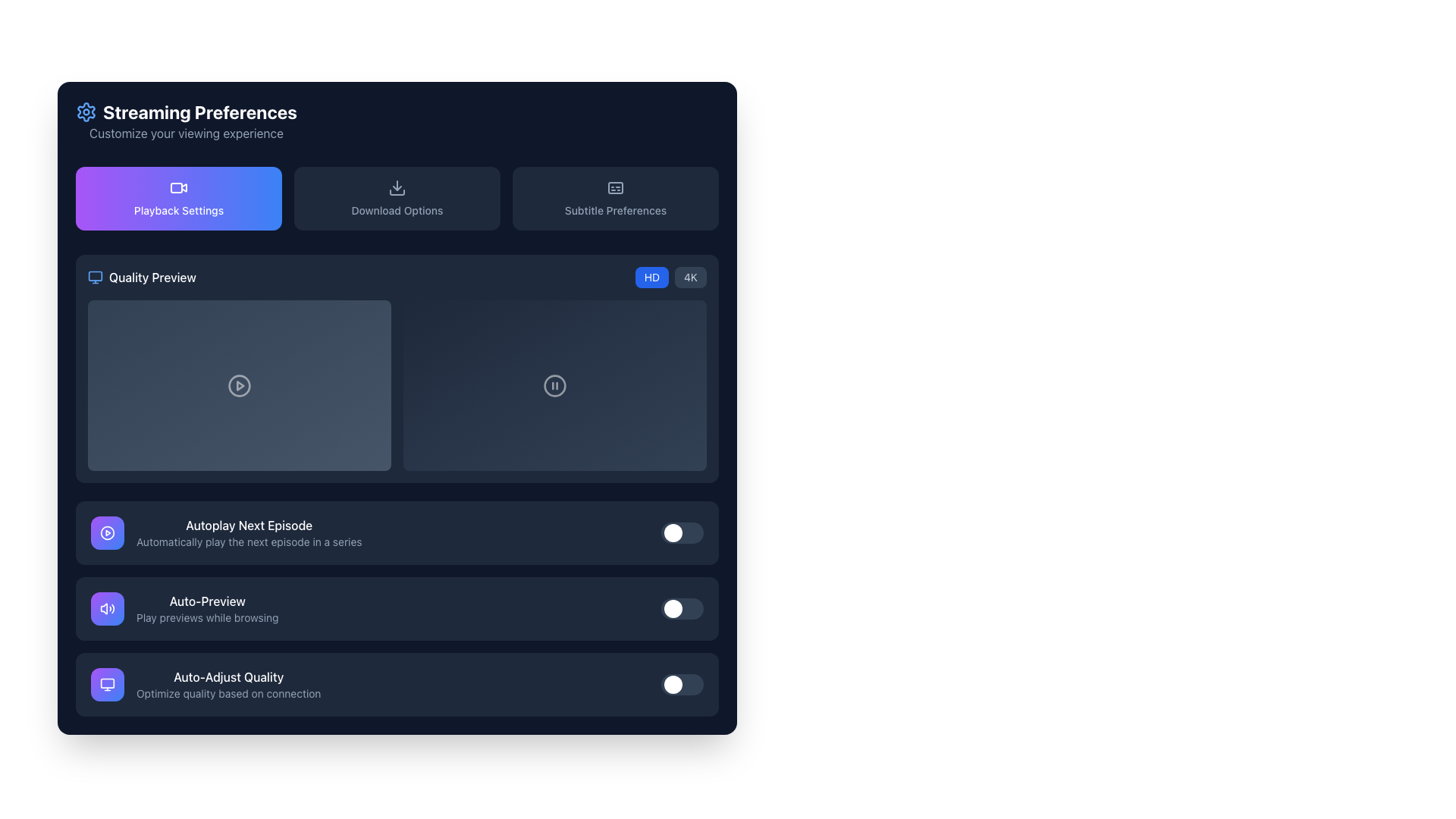 The width and height of the screenshot is (1456, 819). I want to click on the 'Subtitle Preferences' button, so click(615, 187).